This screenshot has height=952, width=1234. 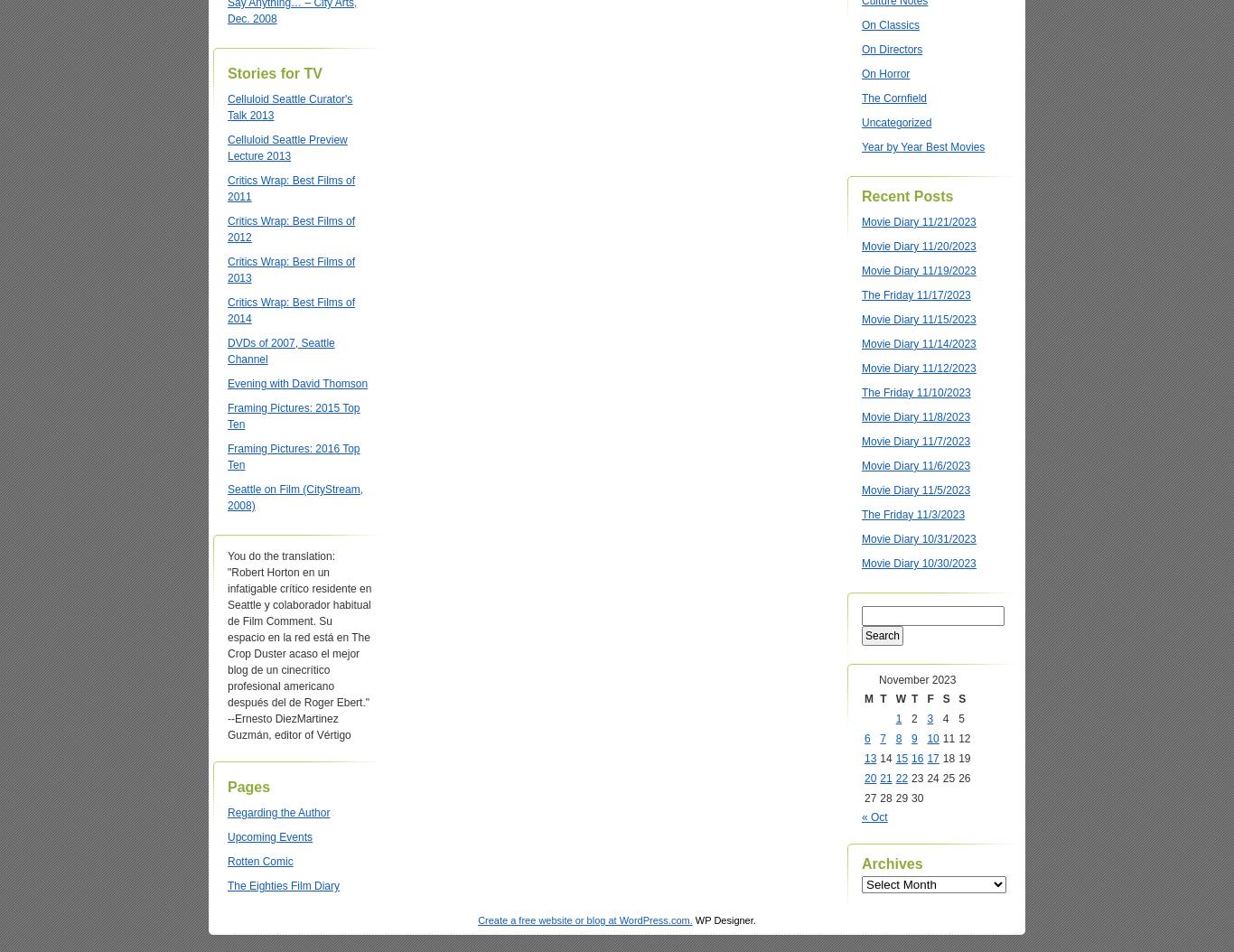 What do you see at coordinates (228, 269) in the screenshot?
I see `'Critics Wrap: Best Films of 2013'` at bounding box center [228, 269].